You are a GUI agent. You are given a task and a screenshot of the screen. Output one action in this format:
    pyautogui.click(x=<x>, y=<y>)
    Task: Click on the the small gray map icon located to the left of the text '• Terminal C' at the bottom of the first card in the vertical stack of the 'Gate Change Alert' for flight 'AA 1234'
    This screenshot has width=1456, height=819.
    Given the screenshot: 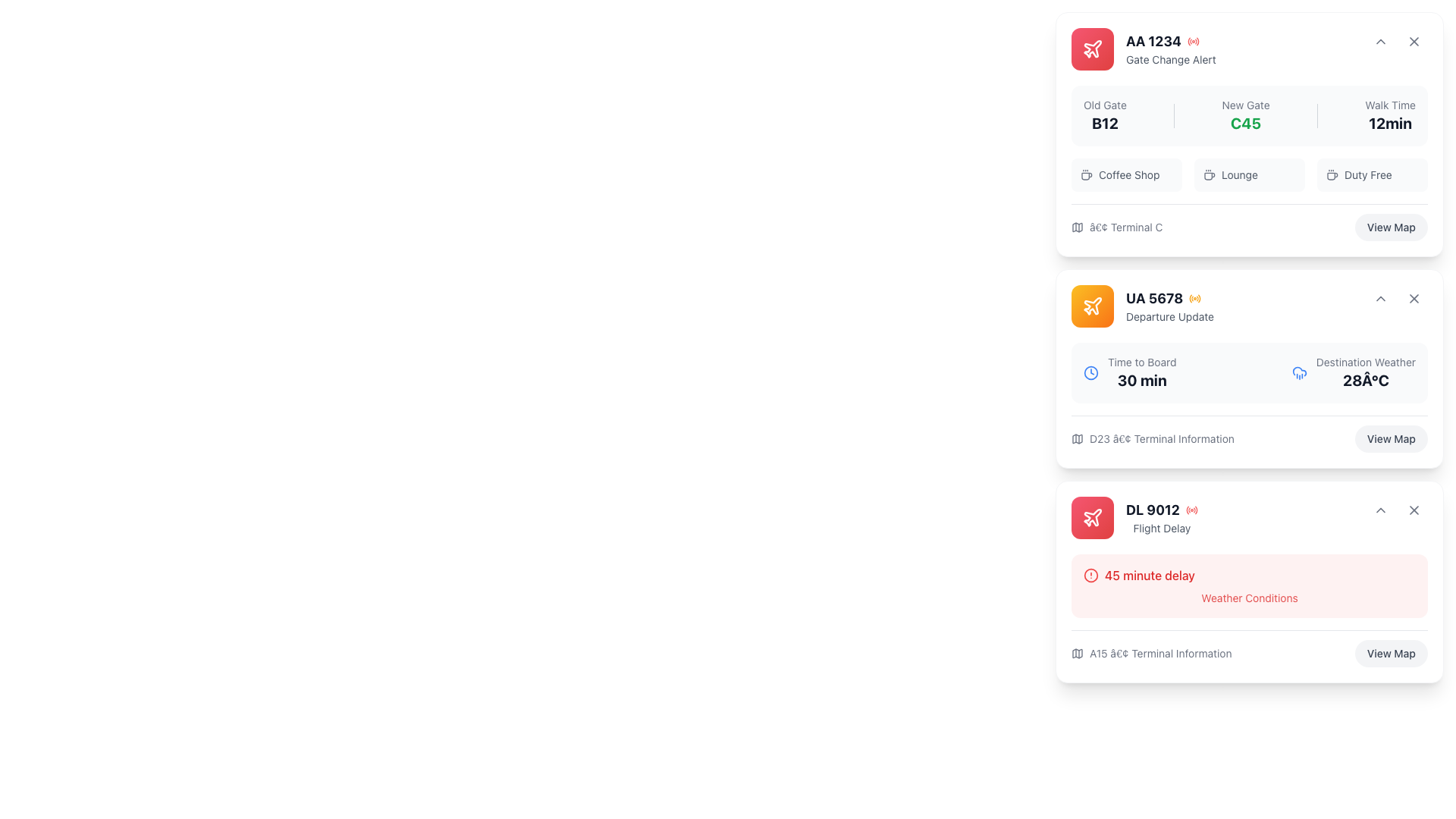 What is the action you would take?
    pyautogui.click(x=1076, y=227)
    